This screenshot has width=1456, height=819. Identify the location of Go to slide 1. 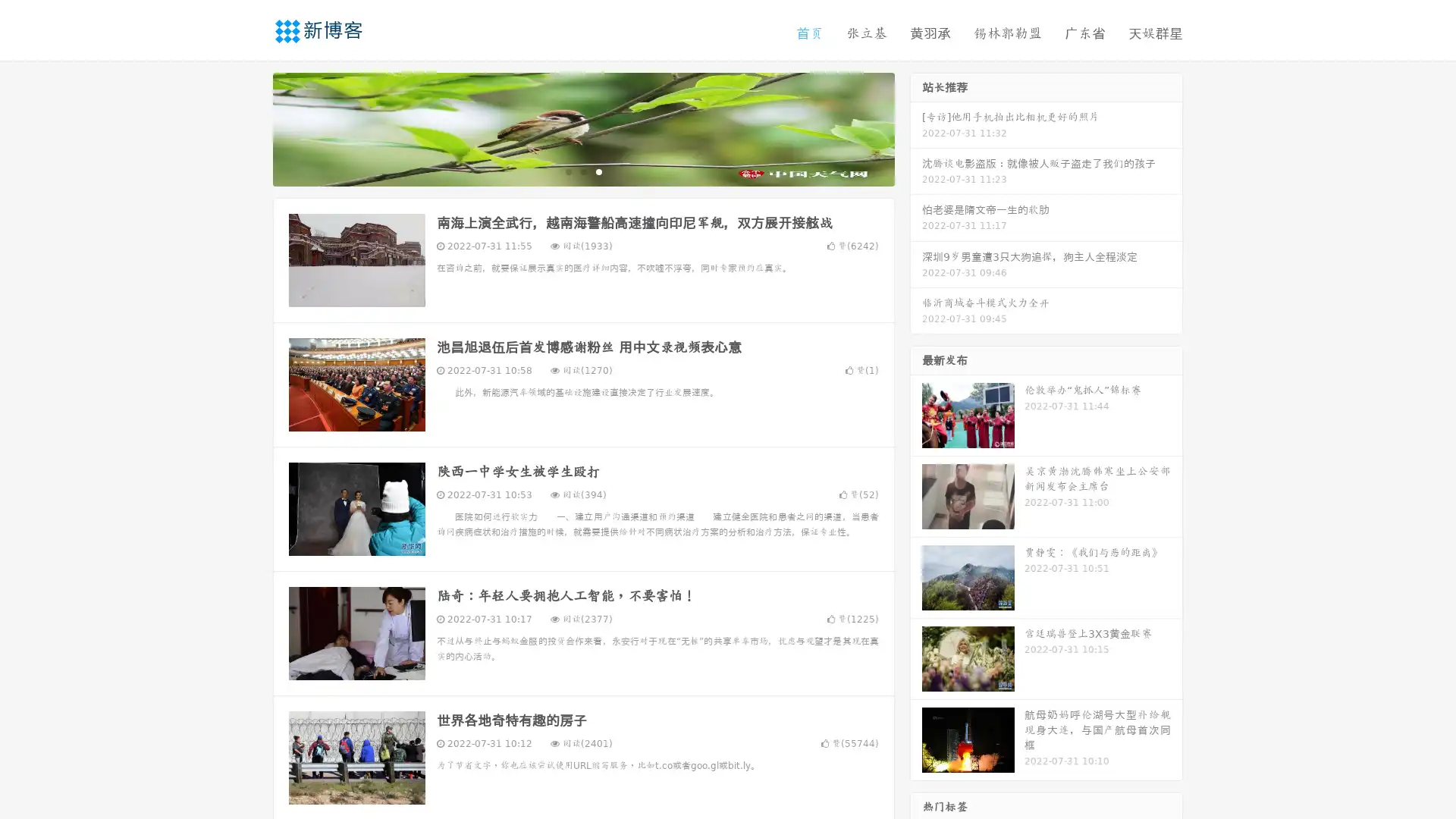
(567, 171).